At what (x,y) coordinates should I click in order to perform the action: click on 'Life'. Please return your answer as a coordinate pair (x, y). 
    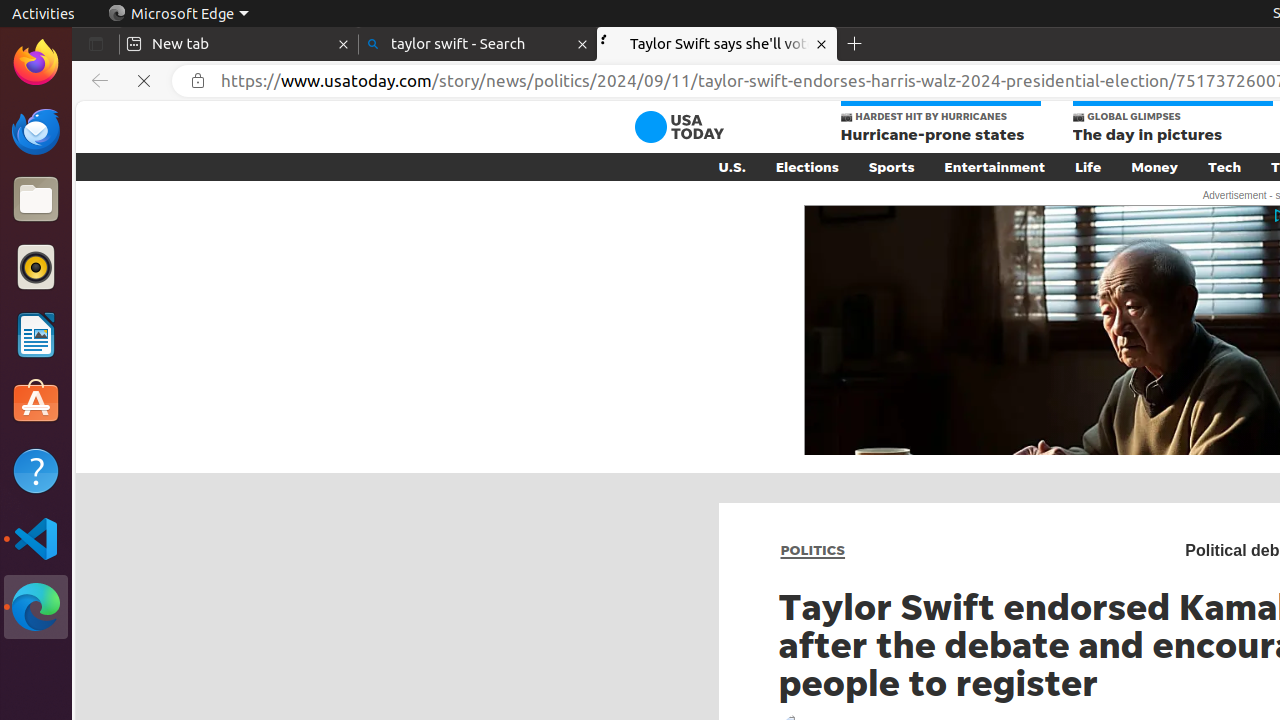
    Looking at the image, I should click on (1087, 165).